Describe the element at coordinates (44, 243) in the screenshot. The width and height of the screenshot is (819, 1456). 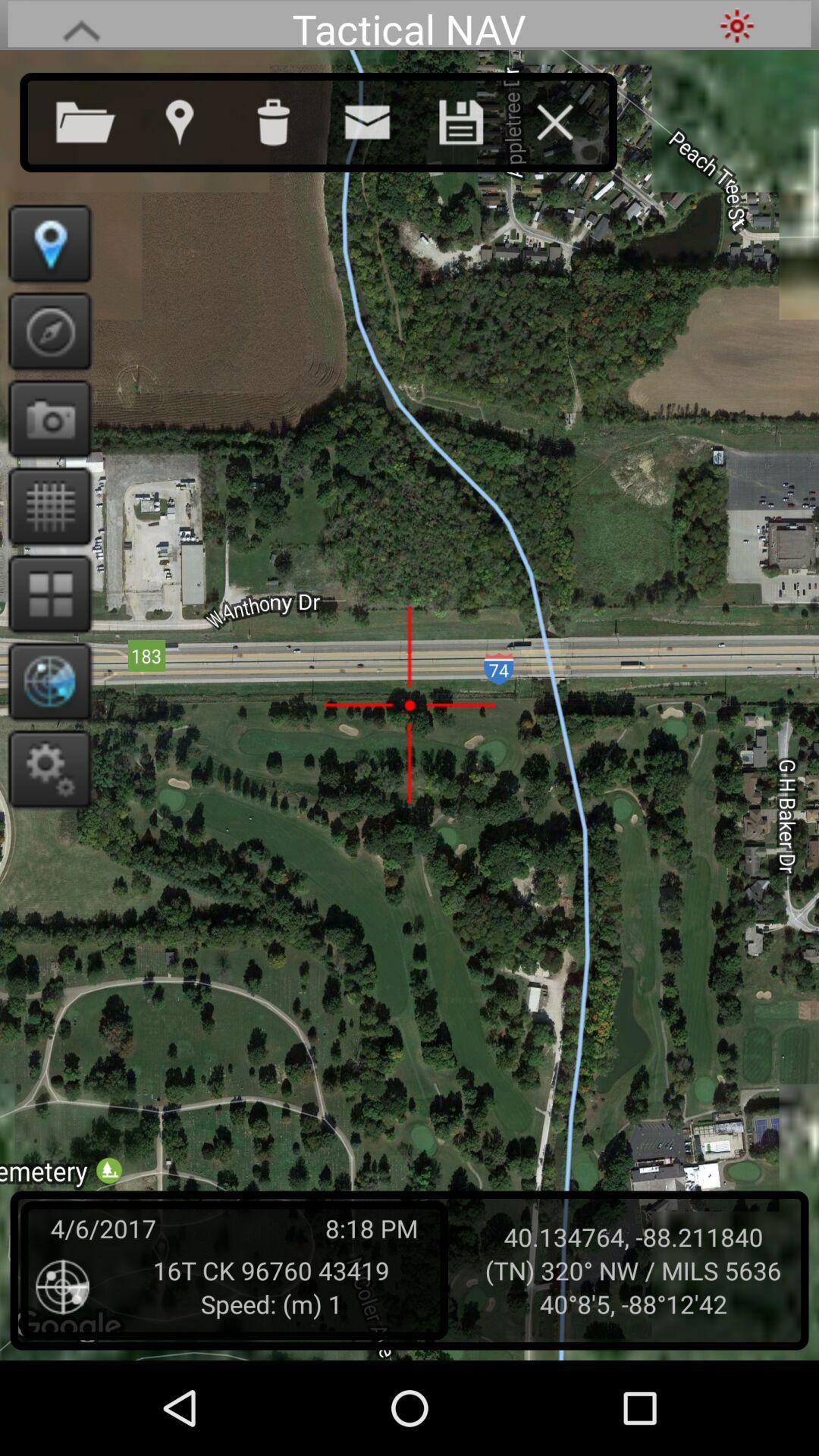
I see `location marker` at that location.